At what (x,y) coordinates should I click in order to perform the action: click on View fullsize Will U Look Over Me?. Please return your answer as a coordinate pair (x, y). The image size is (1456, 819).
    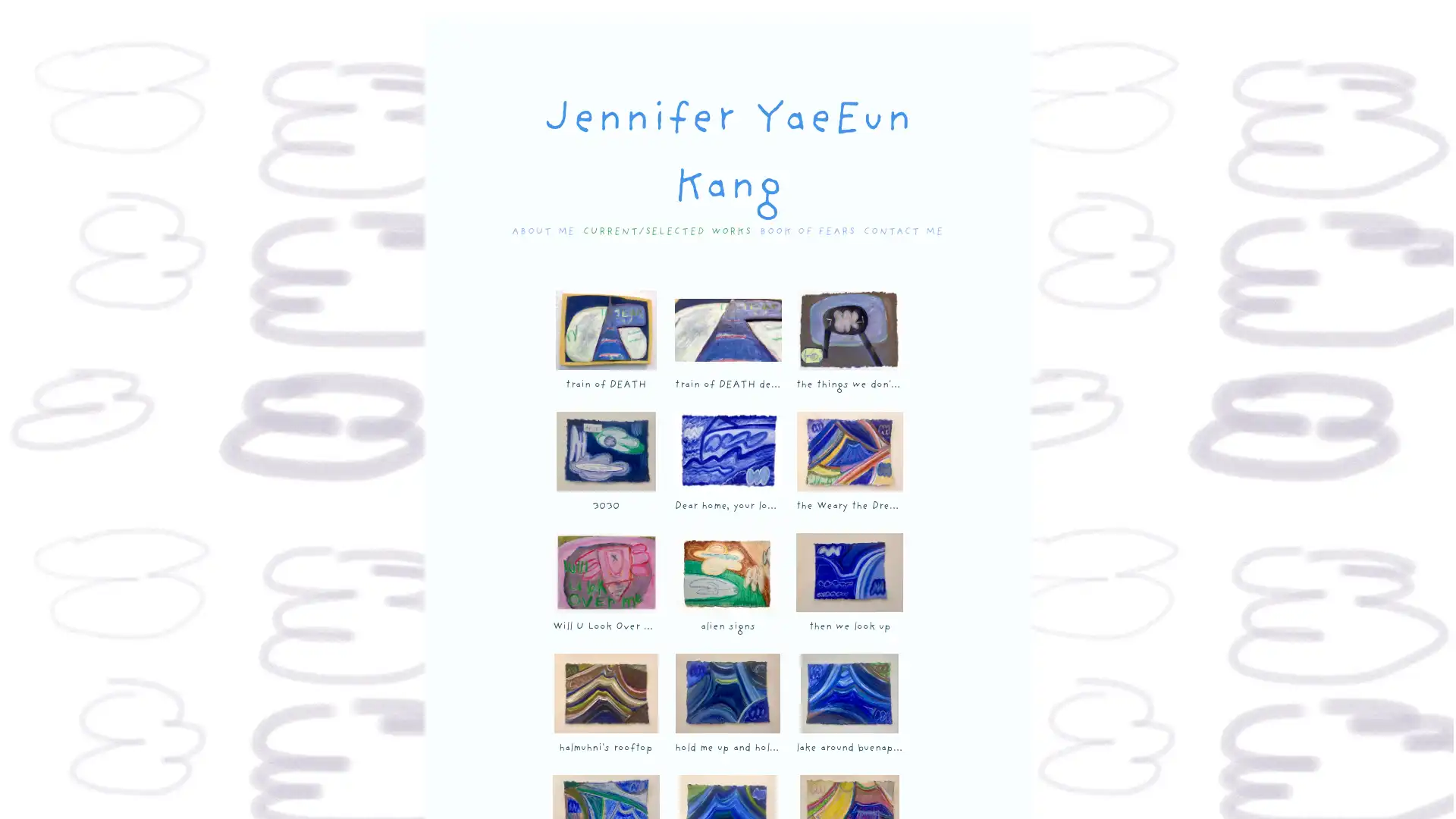
    Looking at the image, I should click on (604, 573).